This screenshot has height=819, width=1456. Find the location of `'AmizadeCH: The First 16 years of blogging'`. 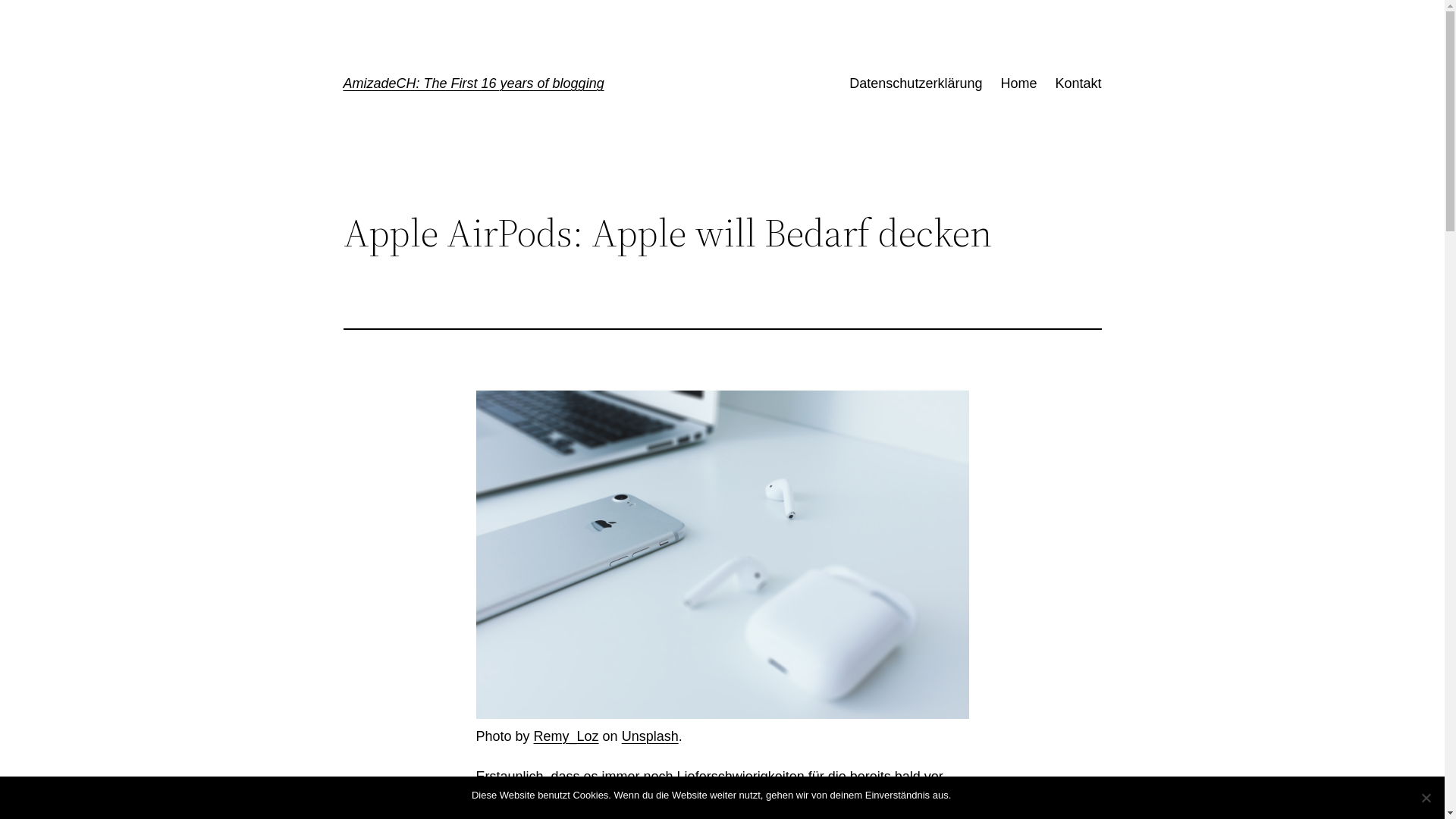

'AmizadeCH: The First 16 years of blogging' is located at coordinates (472, 83).